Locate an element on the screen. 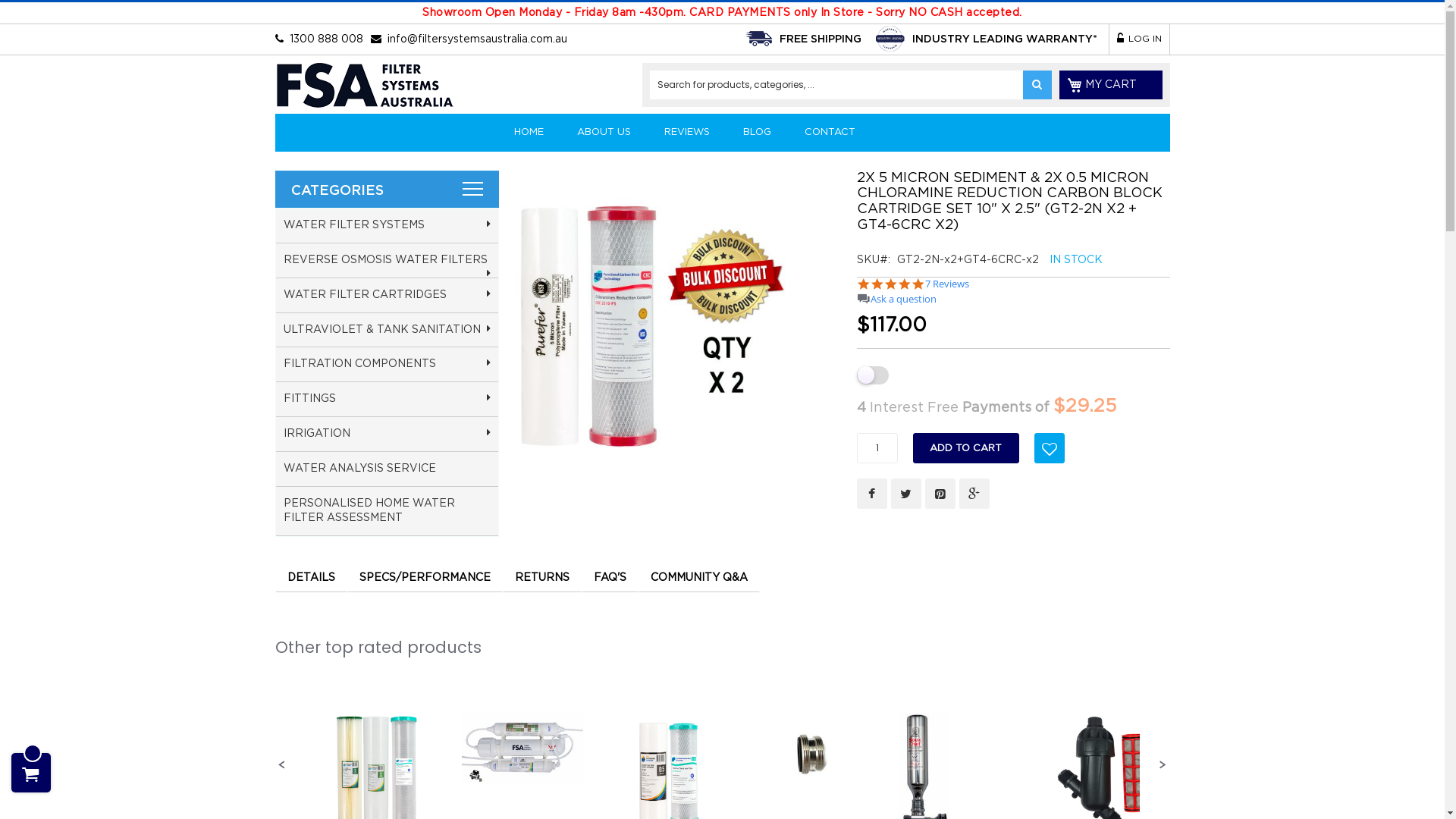  'FILTRATION COMPONENTS' is located at coordinates (387, 365).